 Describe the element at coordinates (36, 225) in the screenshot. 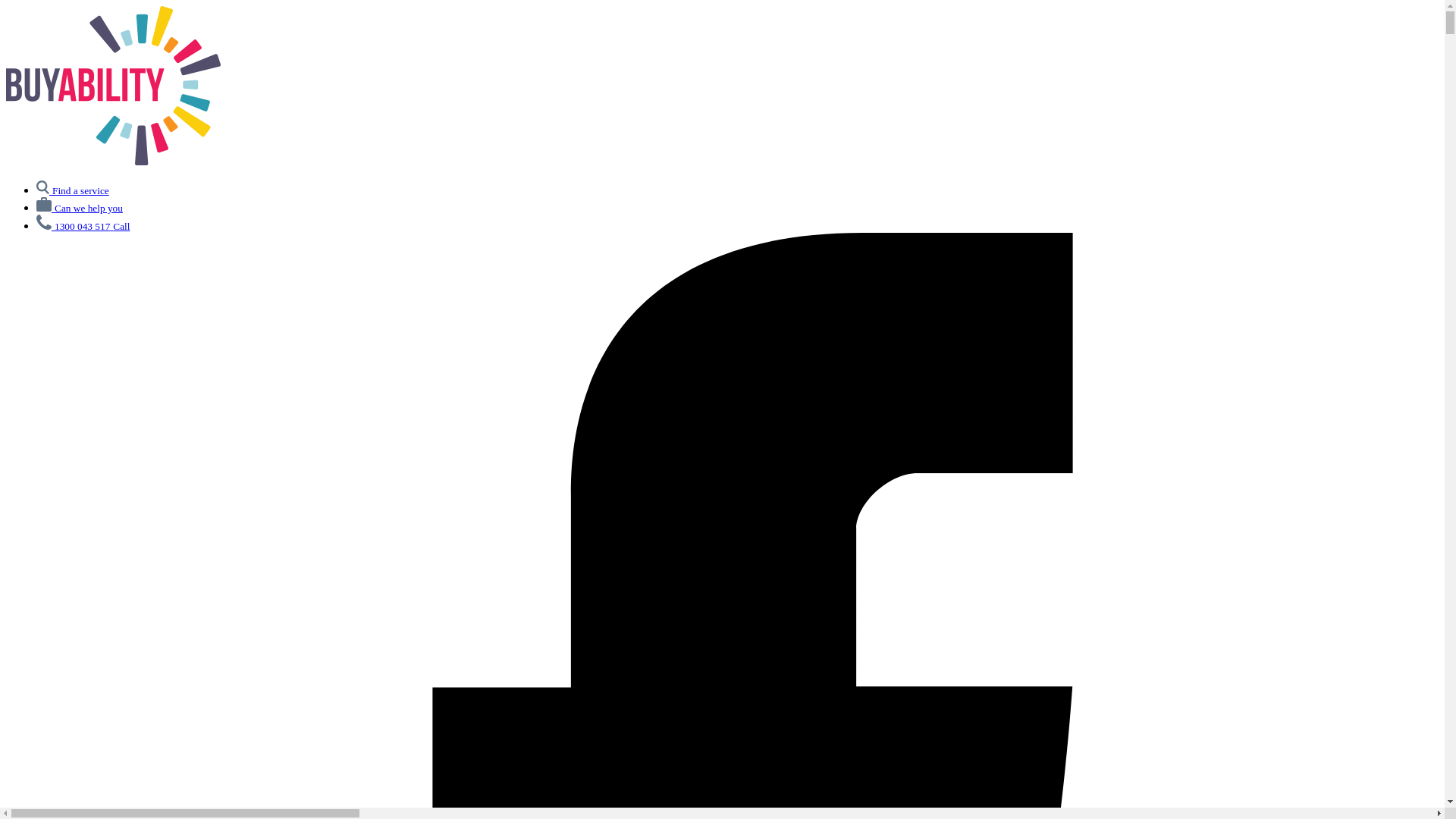

I see `'1300 043 517 Call'` at that location.